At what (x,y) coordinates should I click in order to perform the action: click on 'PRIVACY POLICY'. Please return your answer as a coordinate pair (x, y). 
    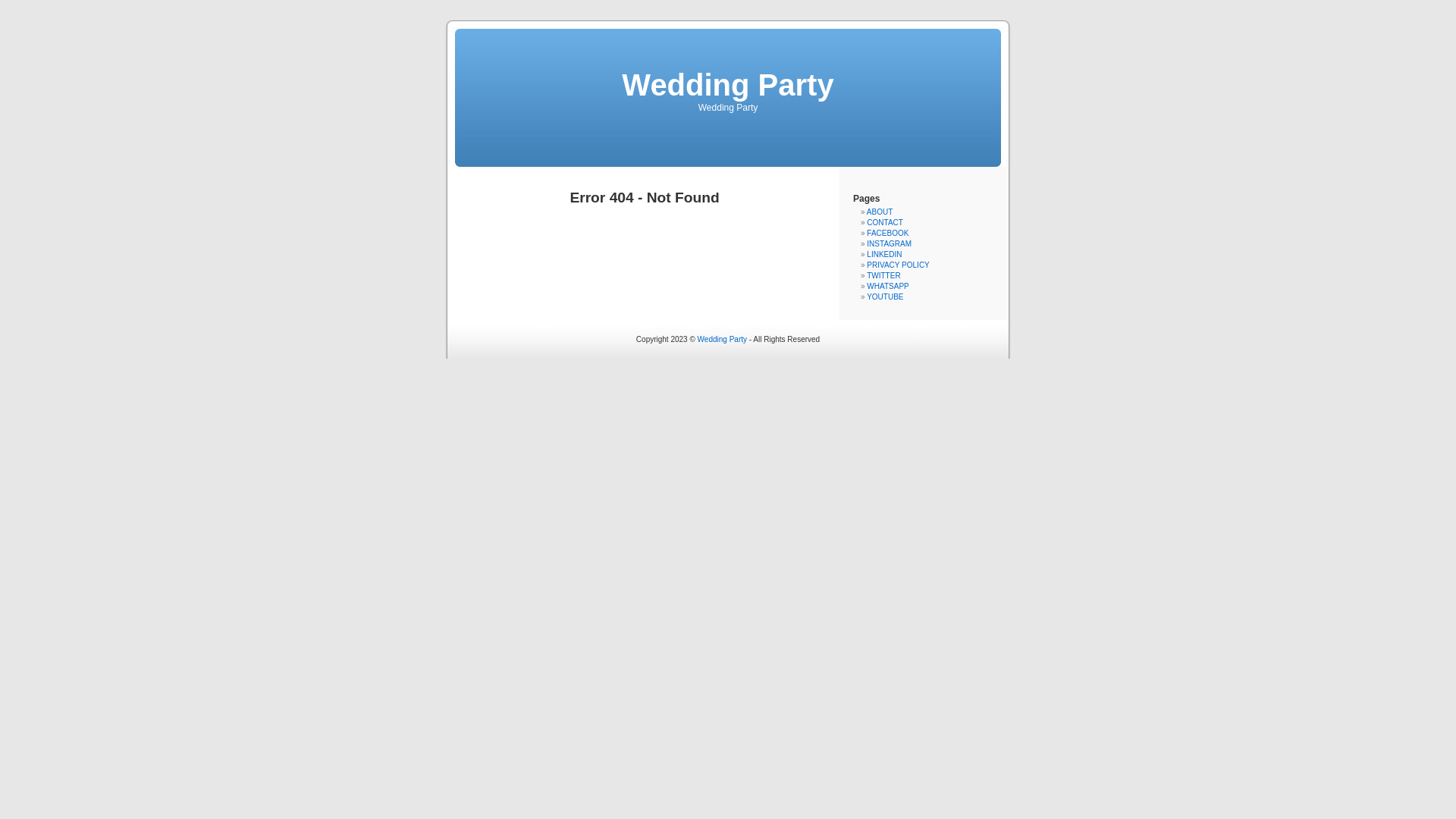
    Looking at the image, I should click on (898, 264).